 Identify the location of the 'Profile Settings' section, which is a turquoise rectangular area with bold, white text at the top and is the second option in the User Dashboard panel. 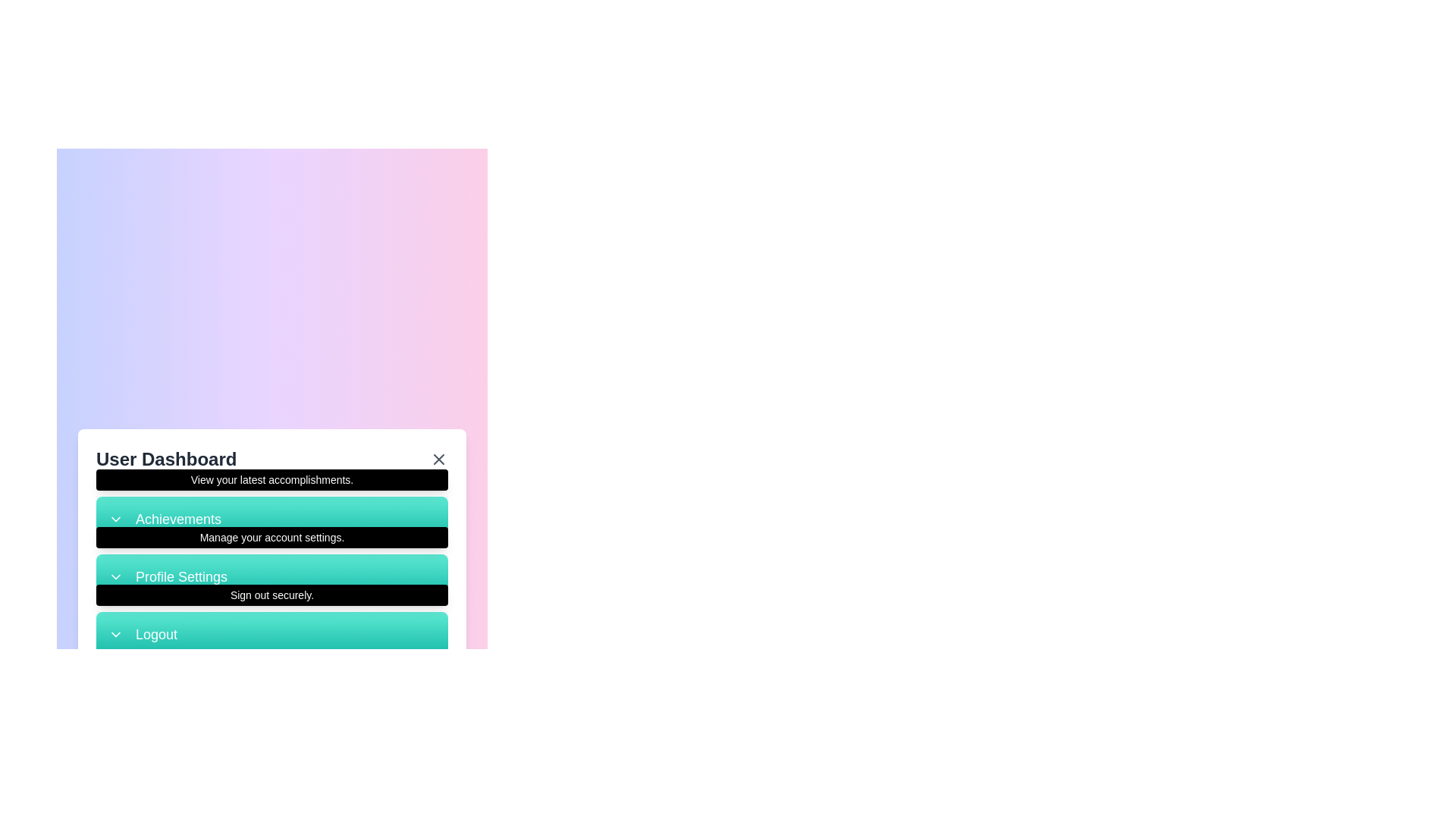
(272, 576).